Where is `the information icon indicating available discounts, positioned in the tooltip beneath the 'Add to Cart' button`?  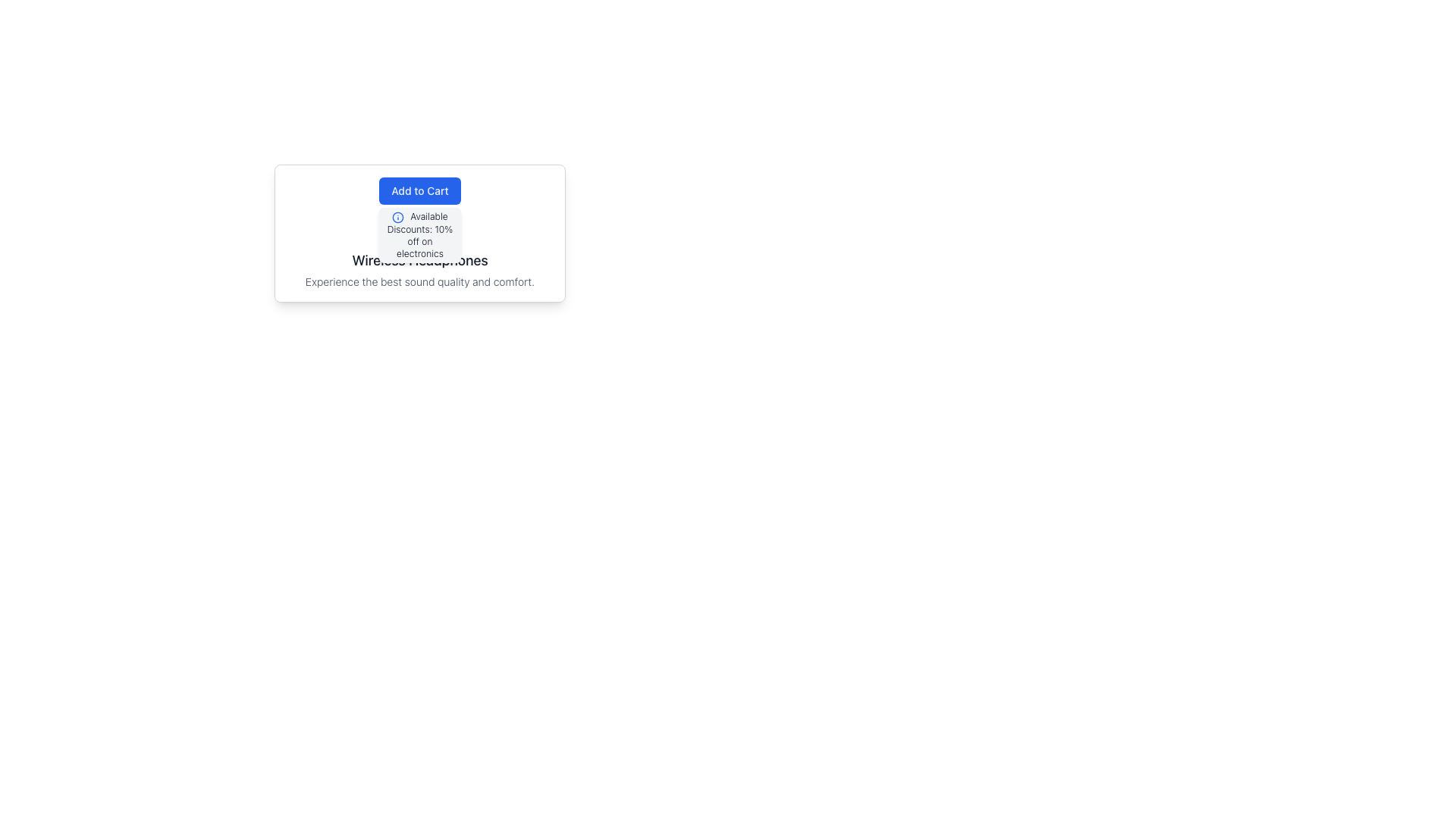 the information icon indicating available discounts, positioned in the tooltip beneath the 'Add to Cart' button is located at coordinates (398, 217).